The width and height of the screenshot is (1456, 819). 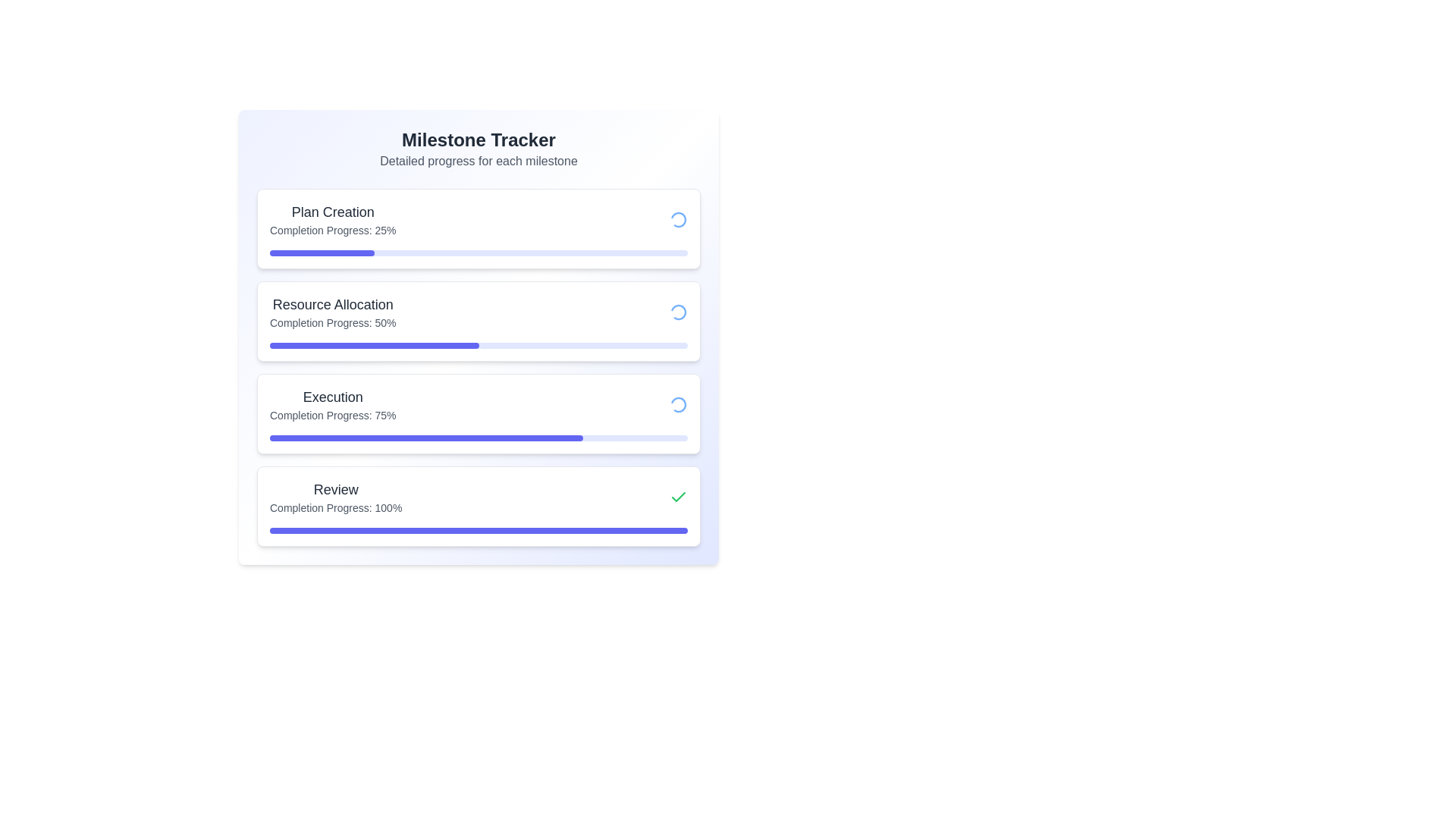 I want to click on the static text element that reads 'Detailed progress for each milestone', which is located under the title 'Milestone Tracker', so click(x=478, y=161).